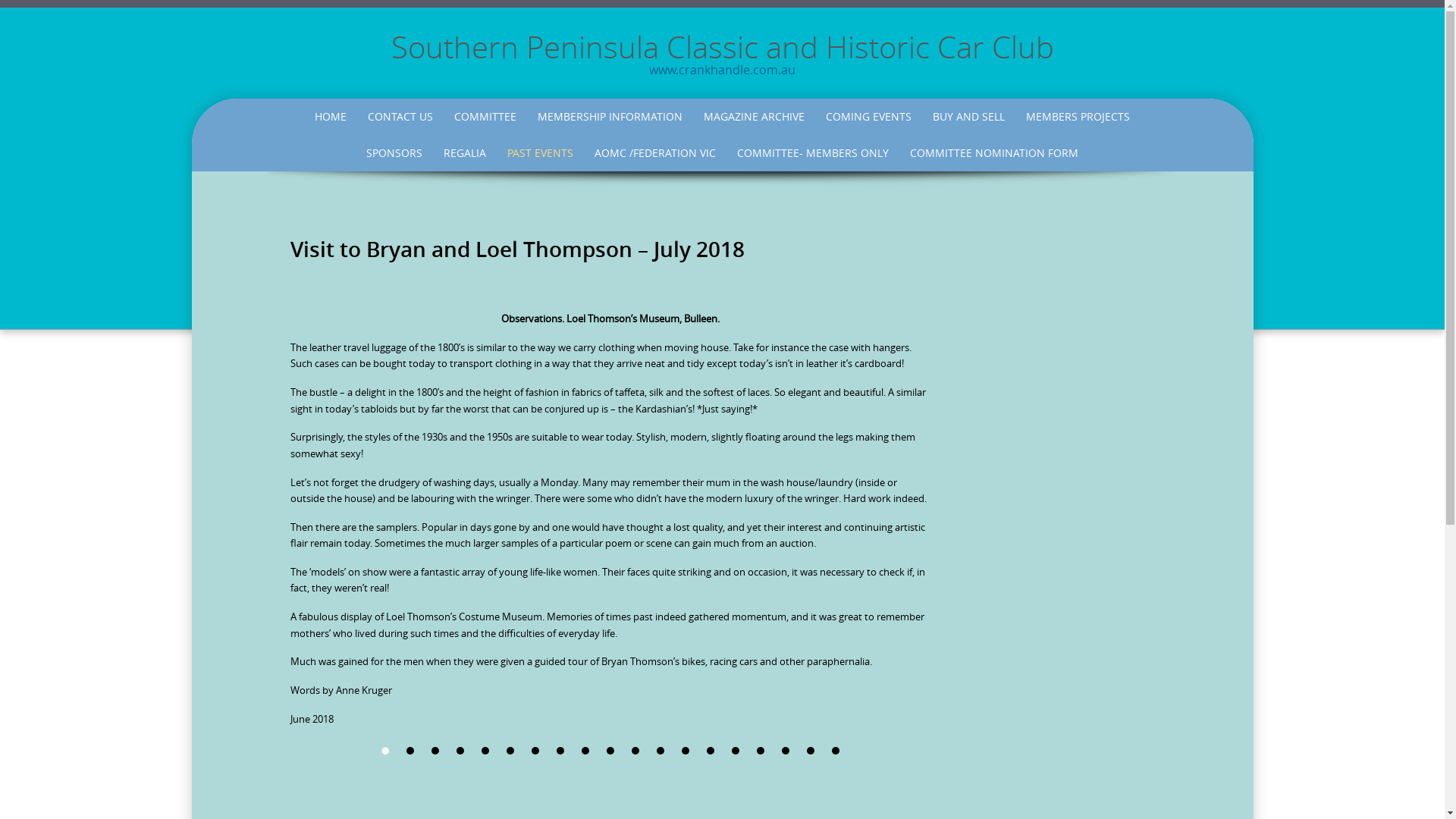 The width and height of the screenshot is (1456, 819). What do you see at coordinates (498, 152) in the screenshot?
I see `'PAST EVENTS'` at bounding box center [498, 152].